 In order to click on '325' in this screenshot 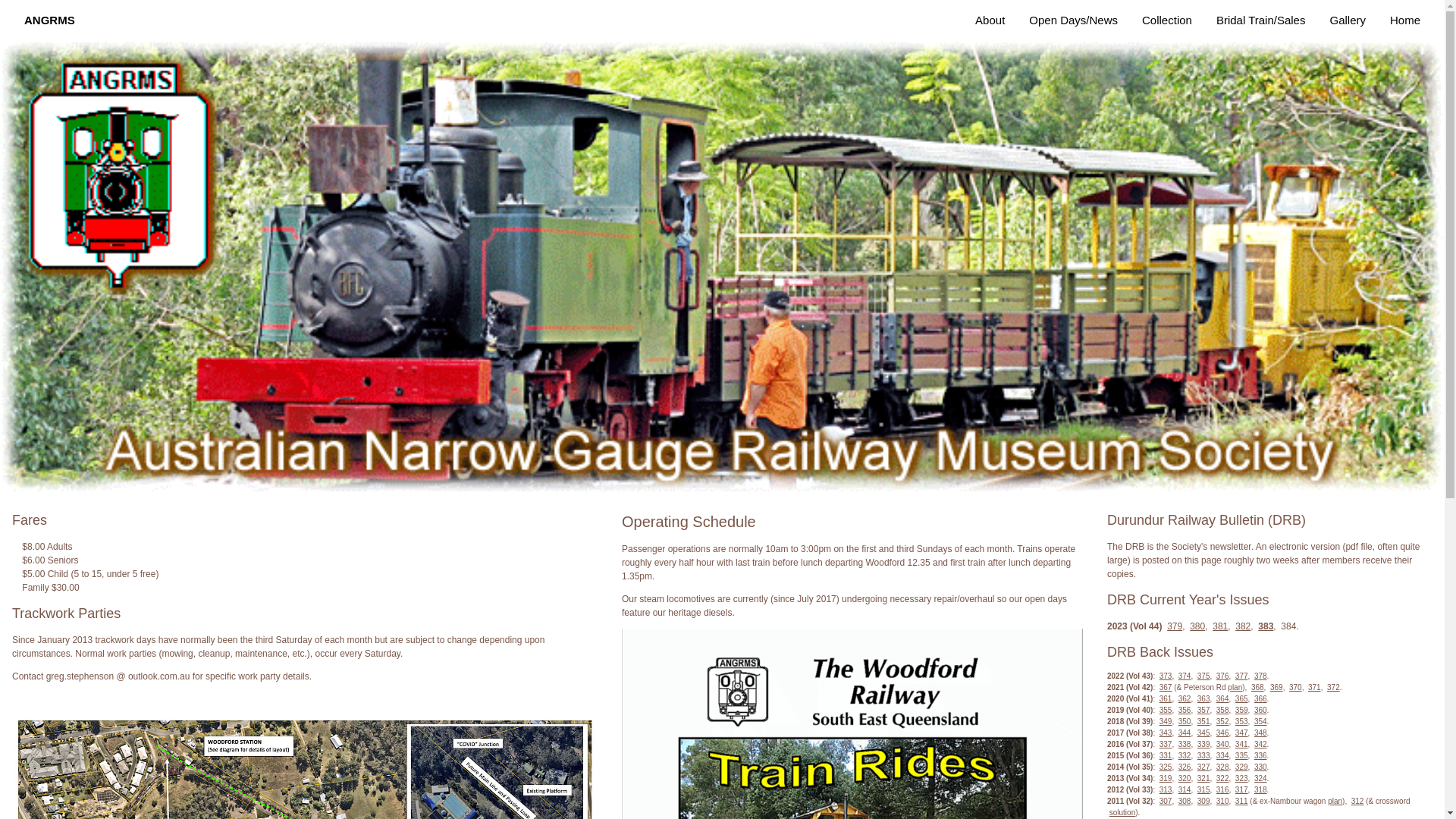, I will do `click(1159, 767)`.